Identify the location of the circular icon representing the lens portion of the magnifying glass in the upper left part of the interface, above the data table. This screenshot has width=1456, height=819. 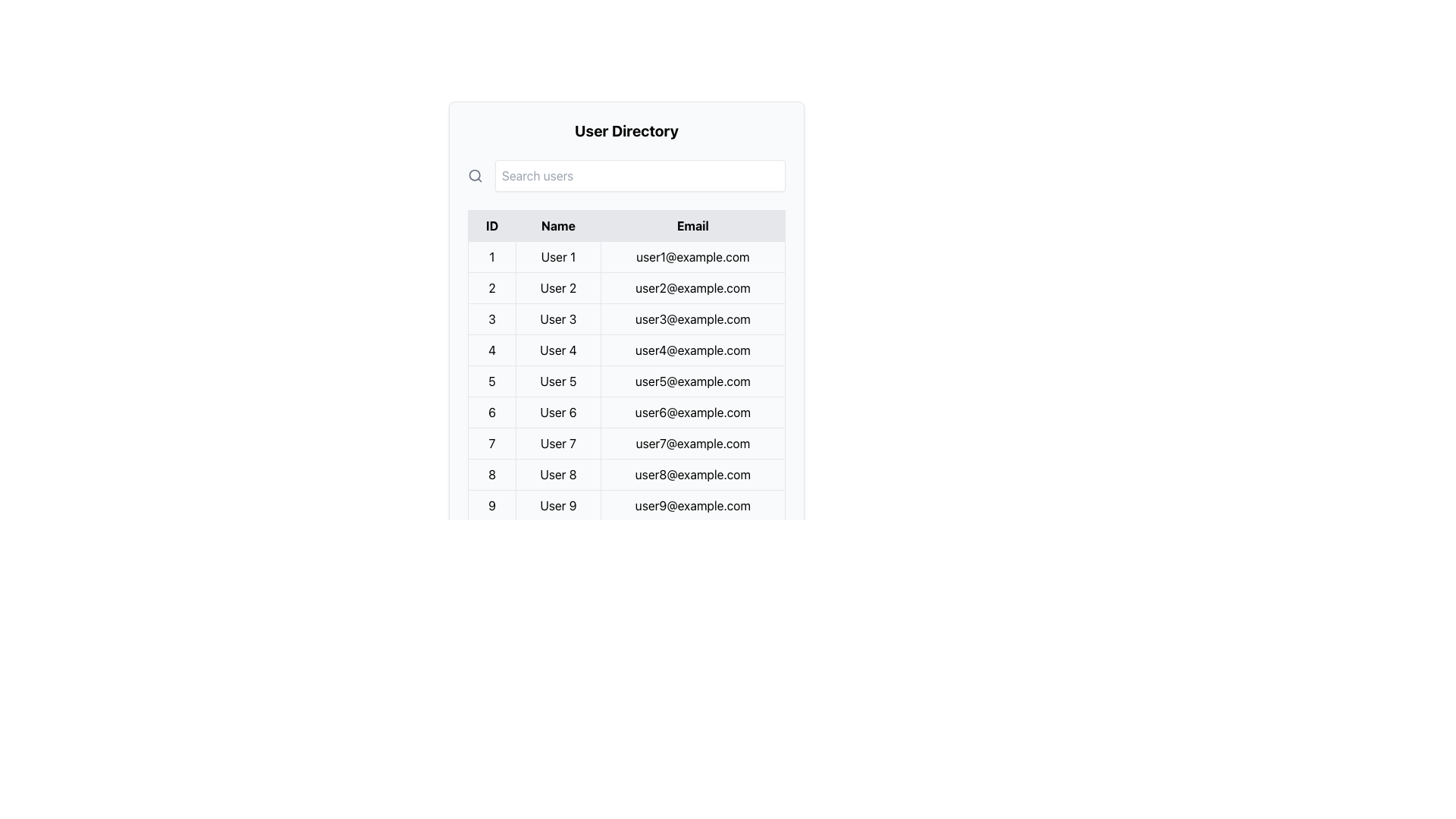
(474, 174).